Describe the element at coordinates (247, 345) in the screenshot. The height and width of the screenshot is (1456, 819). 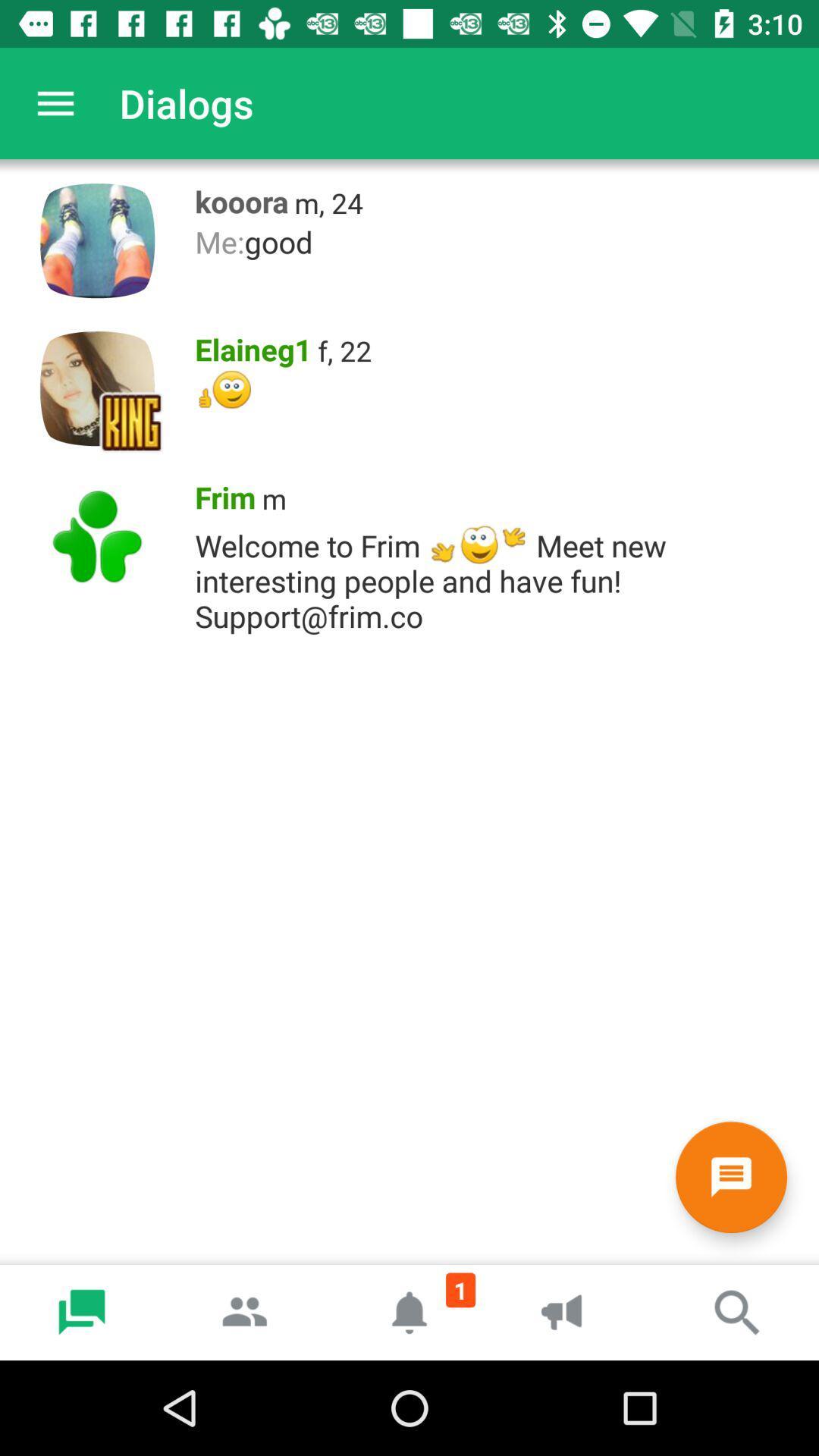
I see `the item to the left of f, 22` at that location.